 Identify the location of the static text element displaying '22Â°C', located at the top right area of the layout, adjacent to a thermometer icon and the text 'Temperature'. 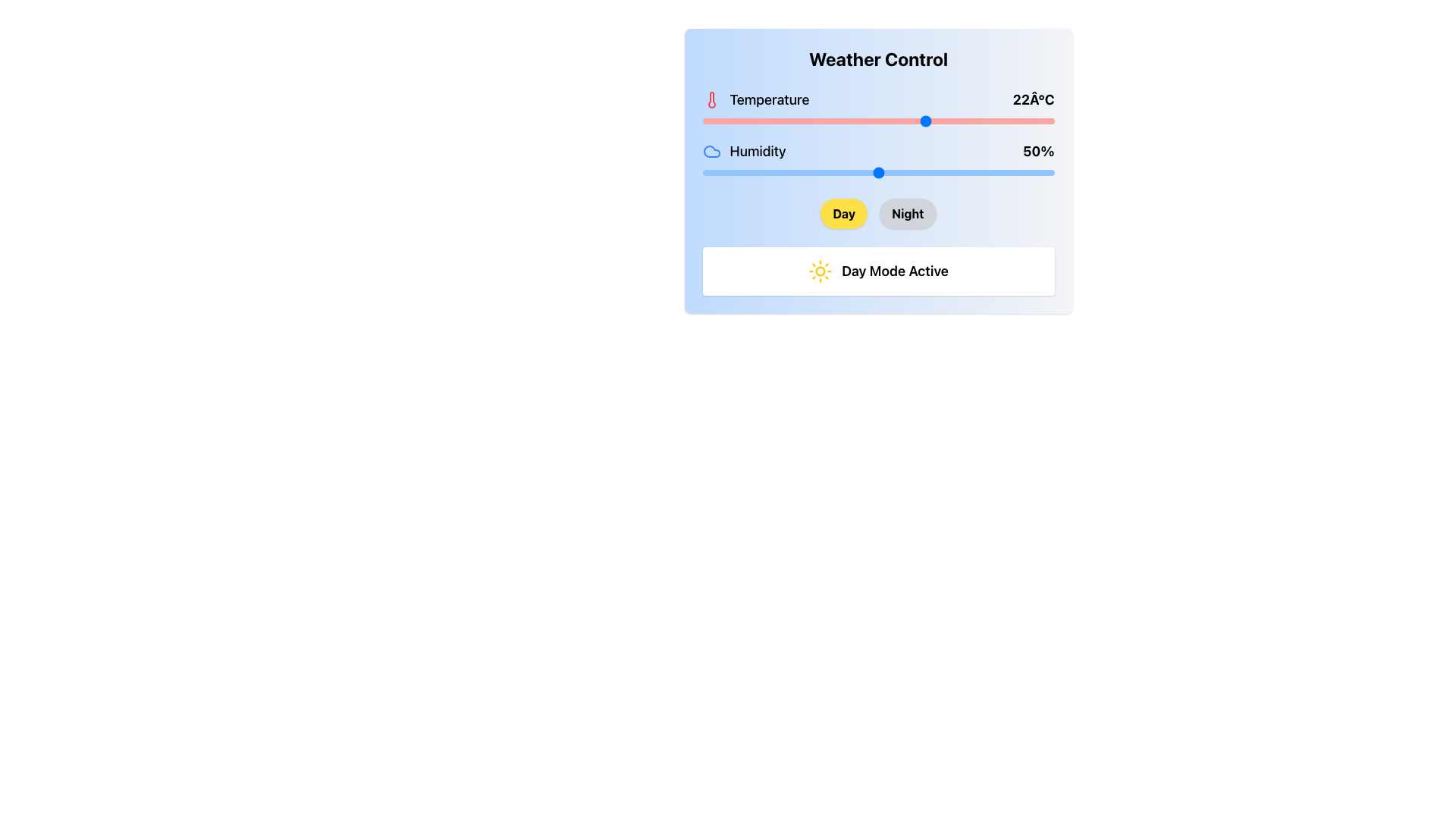
(1033, 99).